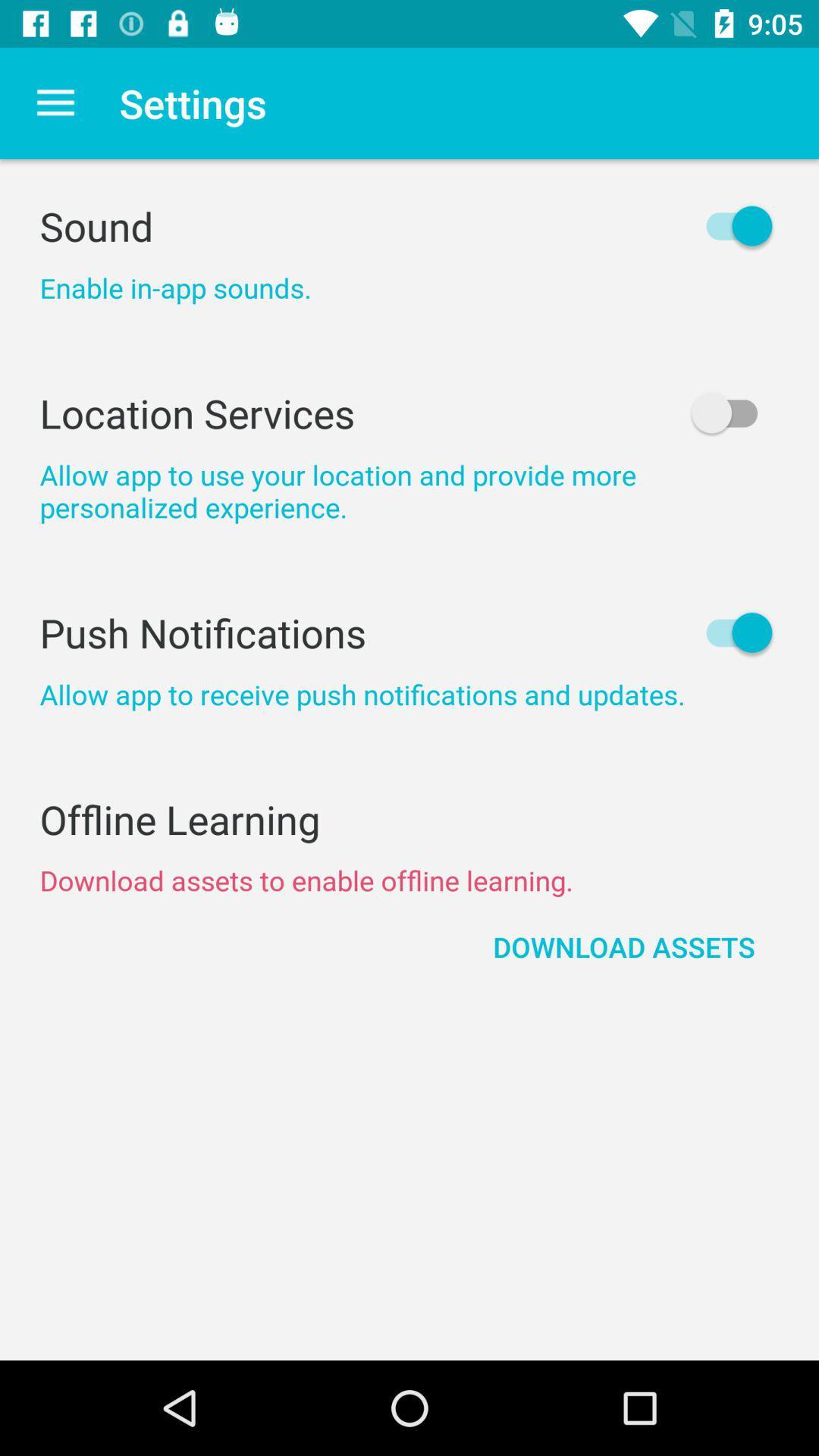 The image size is (819, 1456). Describe the element at coordinates (409, 413) in the screenshot. I see `the icon below the enable in app icon` at that location.